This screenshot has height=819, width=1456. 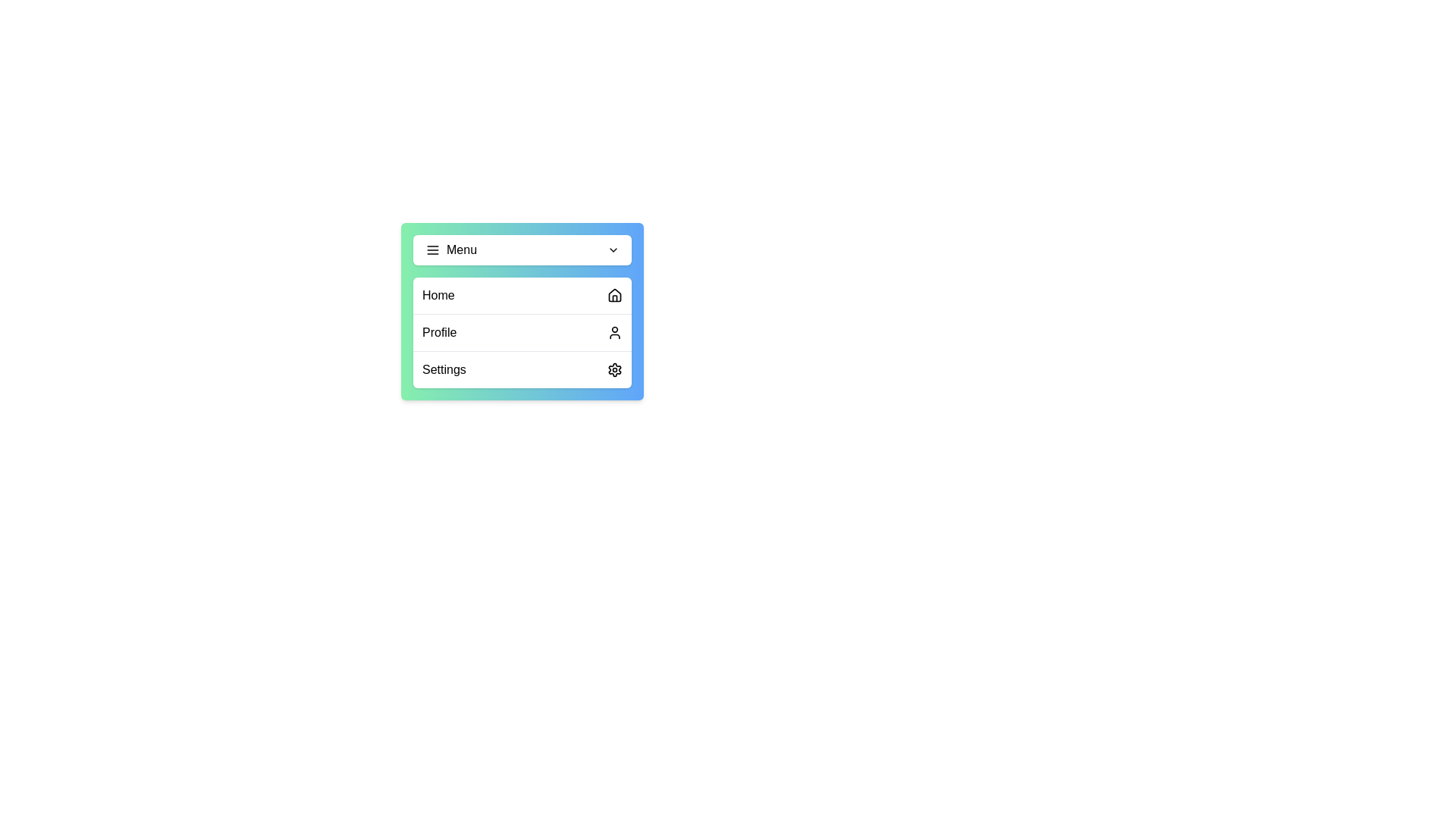 I want to click on the 'Settings' option in the dropdown menu, so click(x=522, y=369).